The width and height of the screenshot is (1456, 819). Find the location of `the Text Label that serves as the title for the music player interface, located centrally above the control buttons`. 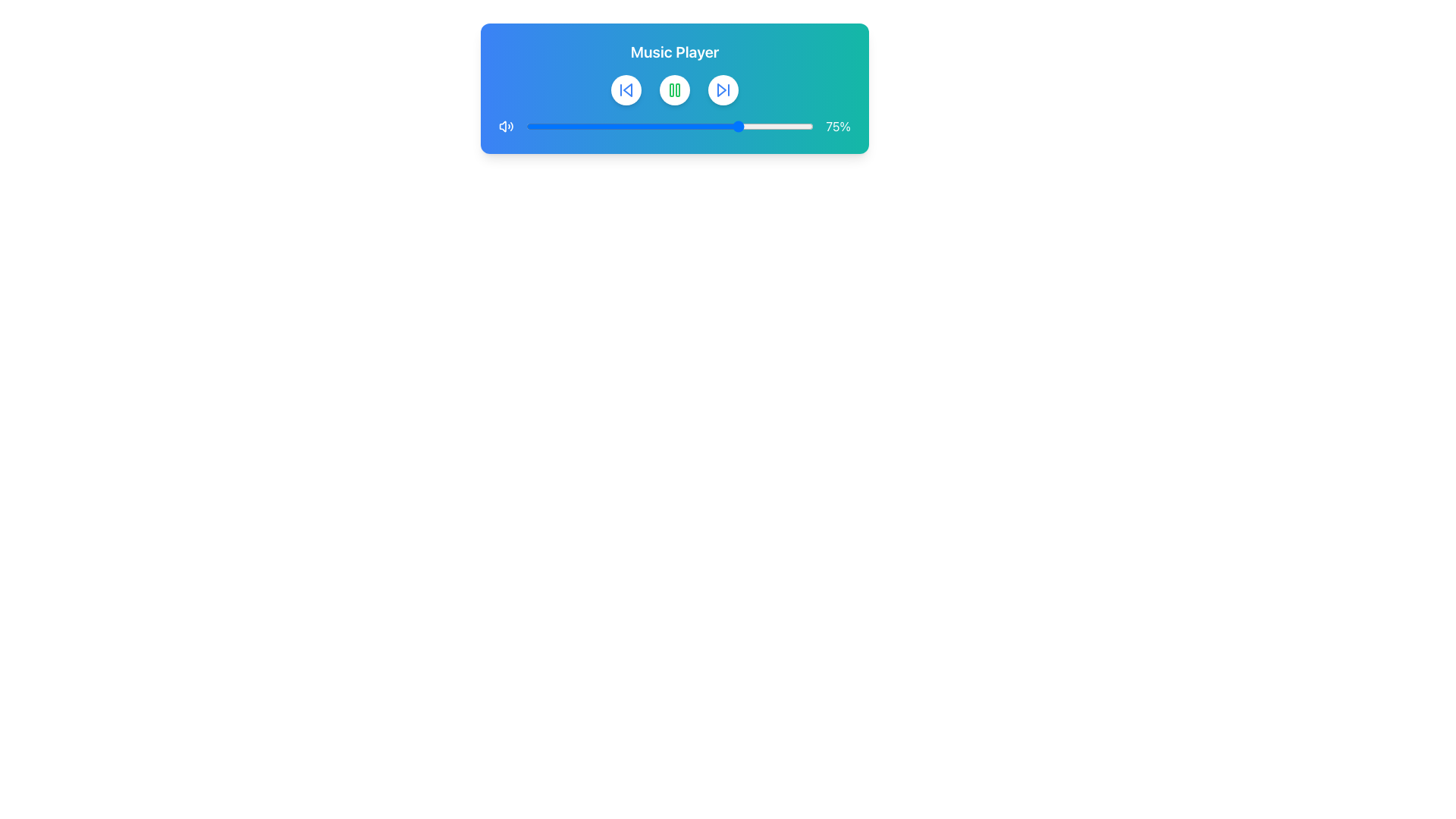

the Text Label that serves as the title for the music player interface, located centrally above the control buttons is located at coordinates (673, 52).